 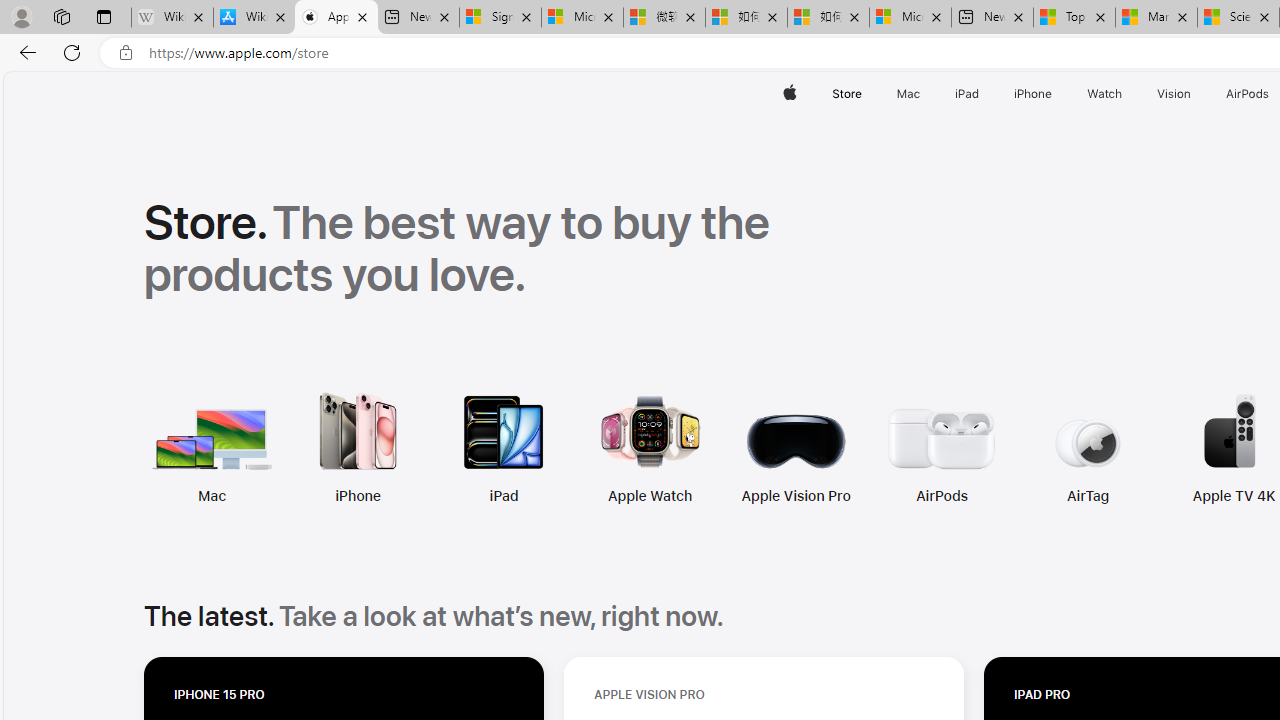 I want to click on 'Microsoft account | Account Checkup', so click(x=909, y=17).